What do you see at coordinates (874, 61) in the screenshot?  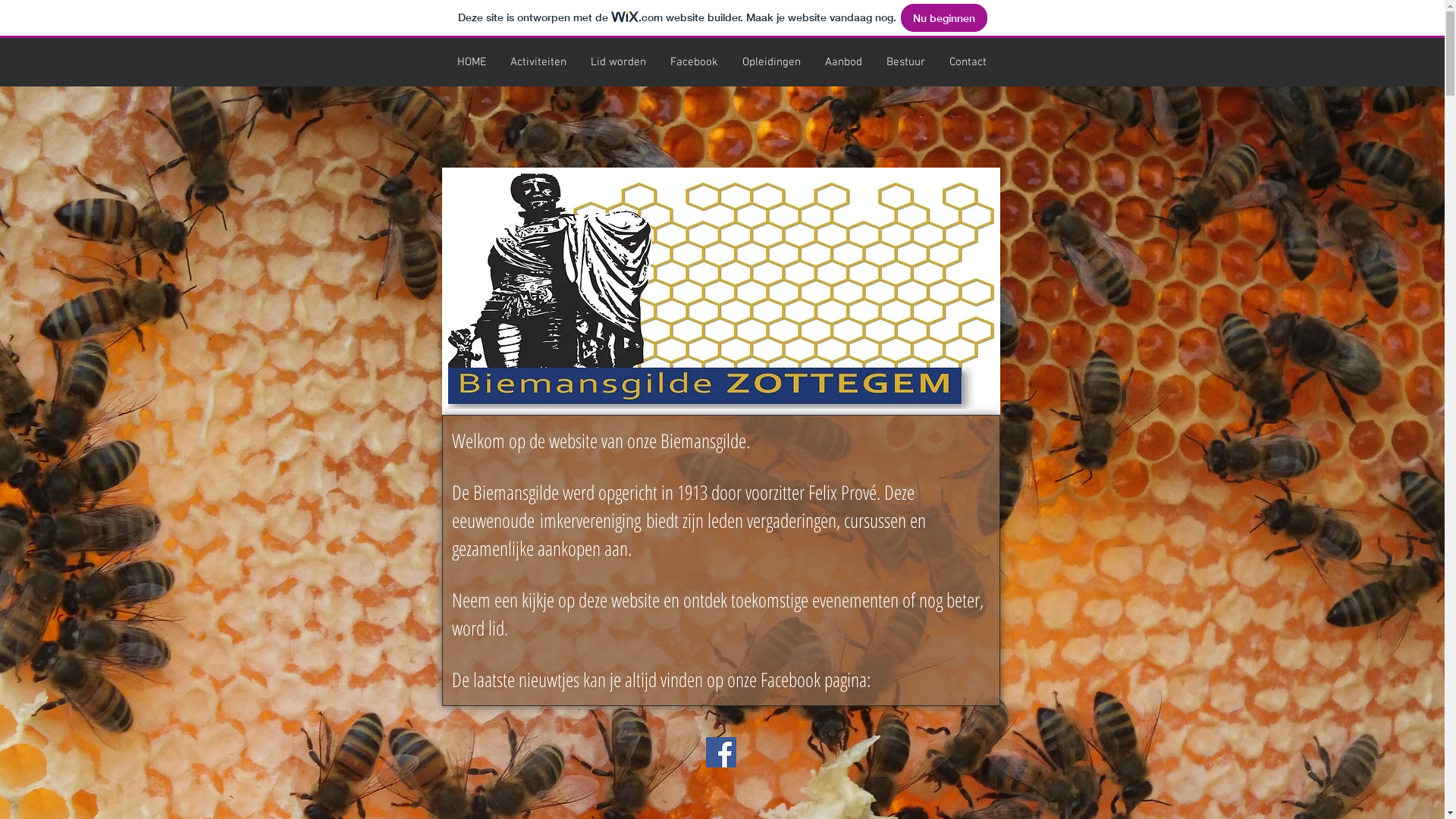 I see `'Bestuur'` at bounding box center [874, 61].